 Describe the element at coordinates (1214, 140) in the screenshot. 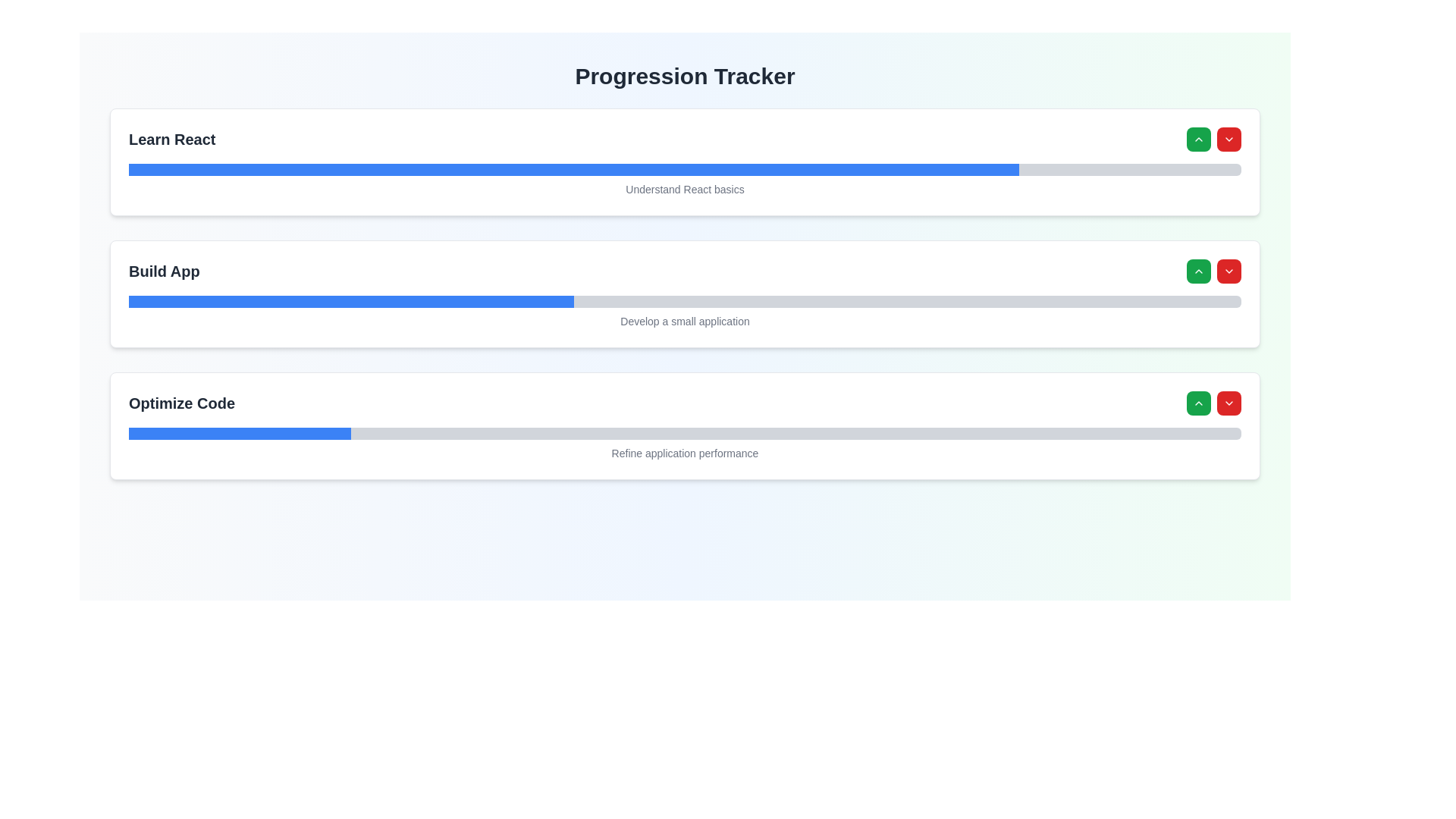

I see `the green button located in the top-right corner of the 'Learn React' section, next to the blue progress bar` at that location.